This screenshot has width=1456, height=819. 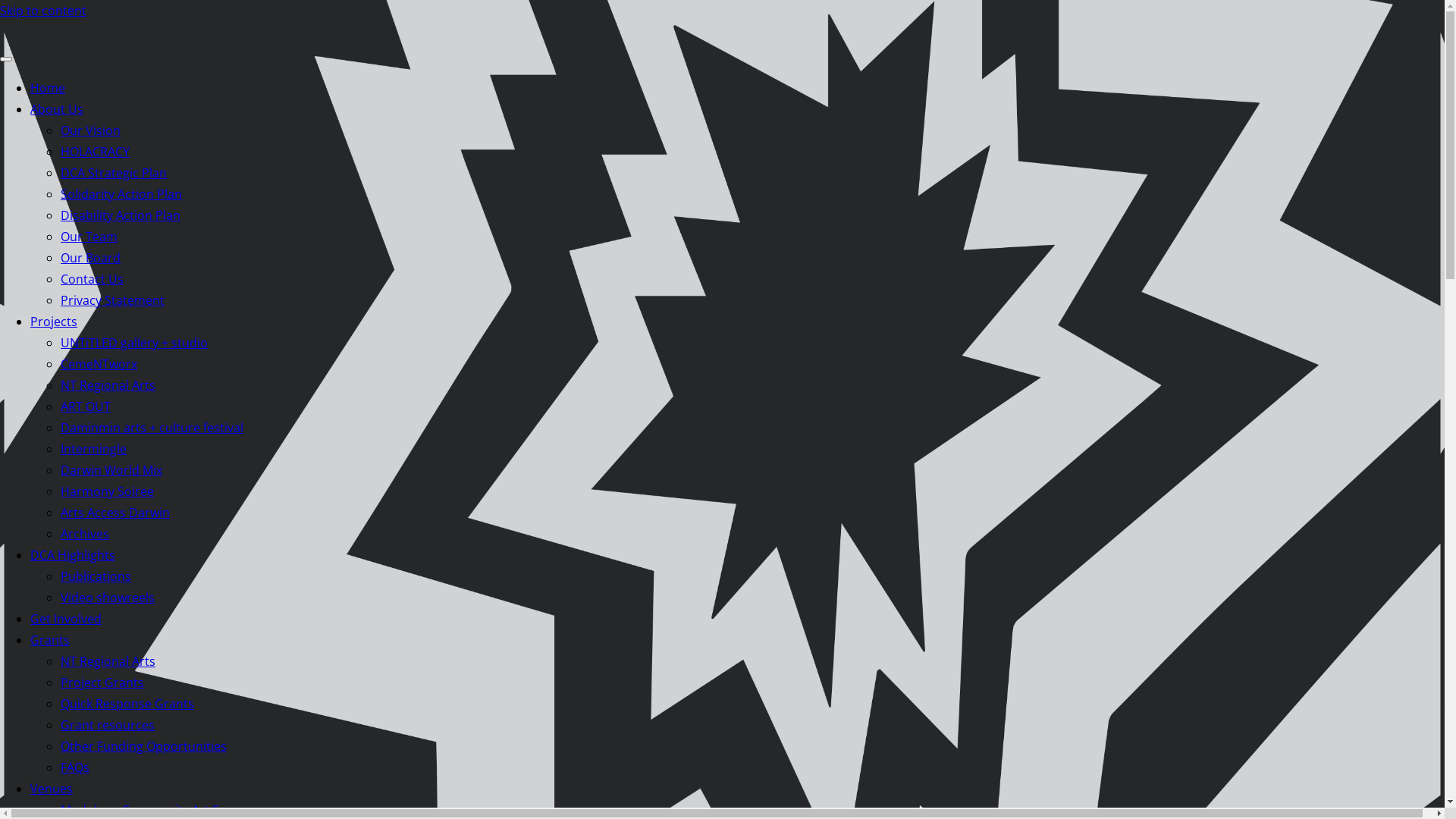 I want to click on 'HOLACRACY', so click(x=94, y=152).